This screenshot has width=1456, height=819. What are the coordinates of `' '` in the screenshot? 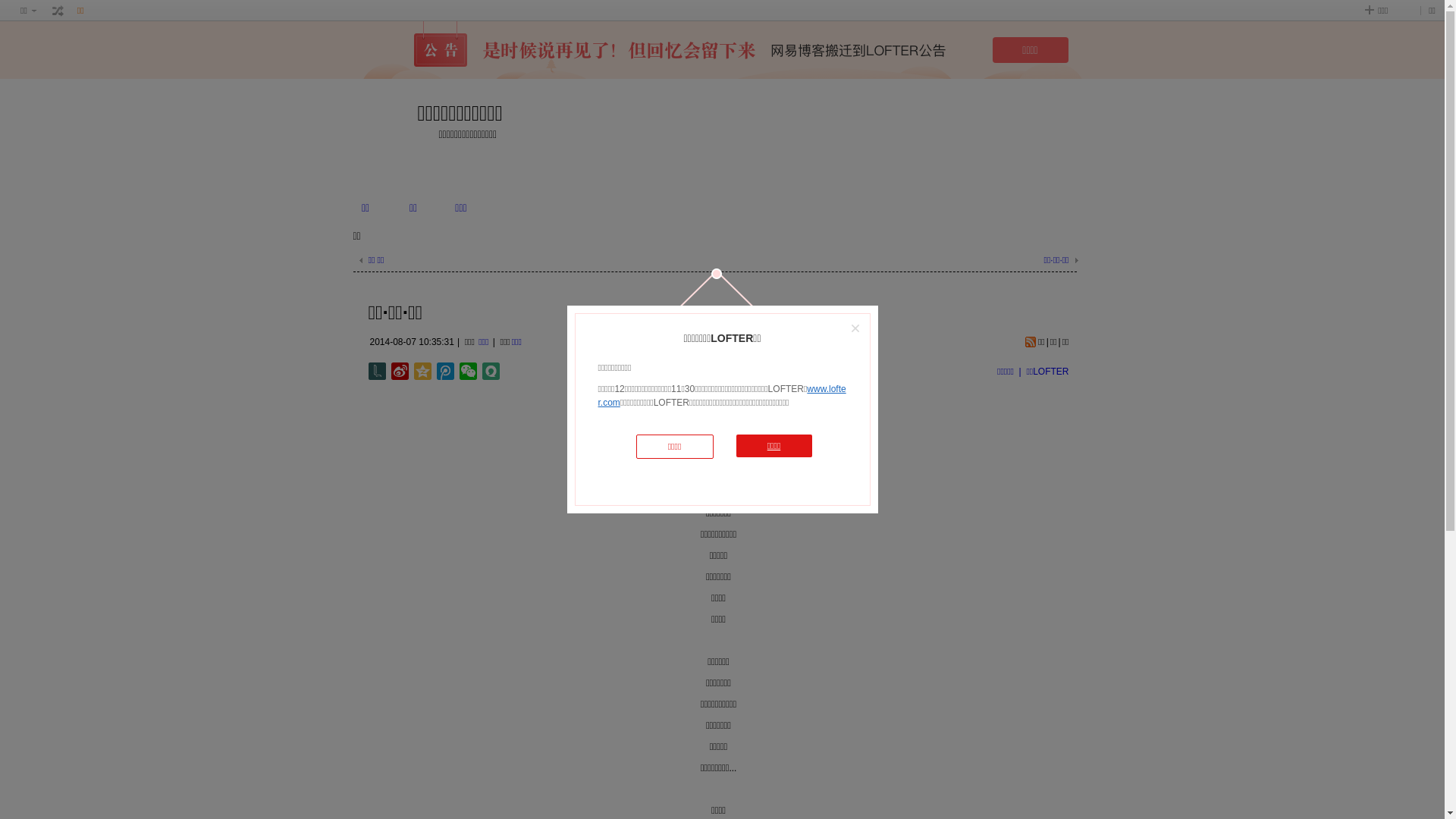 It's located at (58, 11).